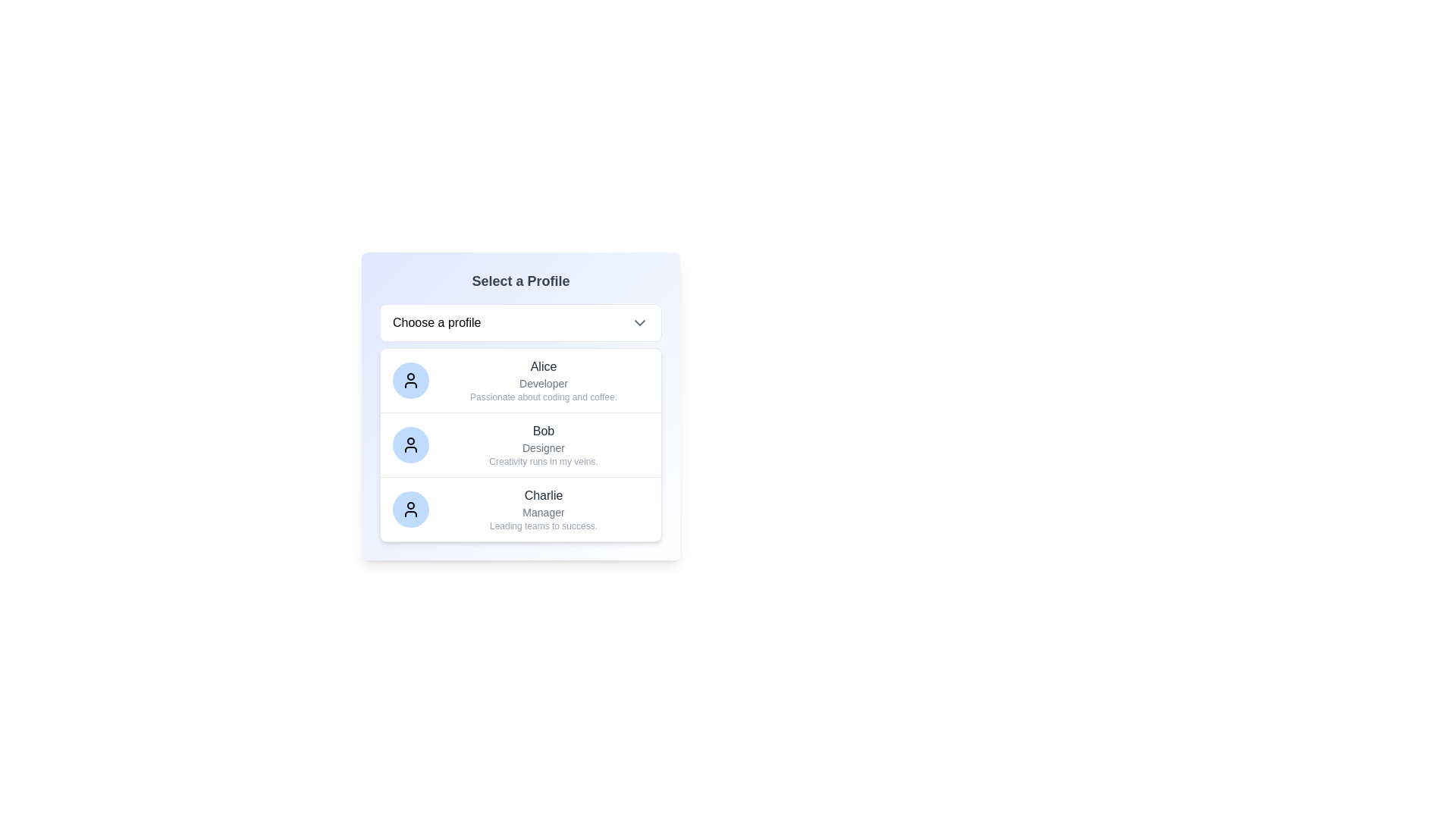  What do you see at coordinates (411, 509) in the screenshot?
I see `the circular user icon with a blue background located to the left of the text description for 'Charlie', 'Manager', and 'Leading teams to success.'` at bounding box center [411, 509].